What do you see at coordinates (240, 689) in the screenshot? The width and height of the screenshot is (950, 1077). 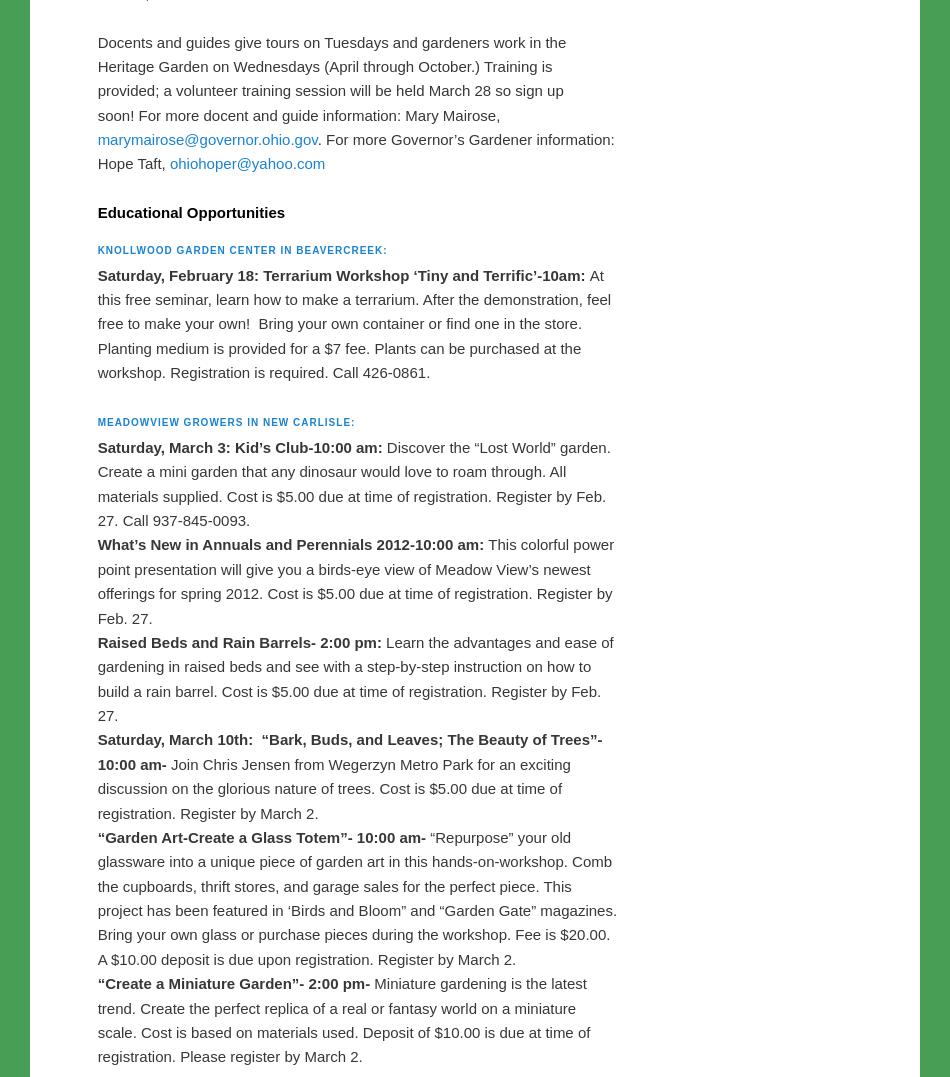 I see `'Raised Beds and Rain Barrels- 2:00 pm:'` at bounding box center [240, 689].